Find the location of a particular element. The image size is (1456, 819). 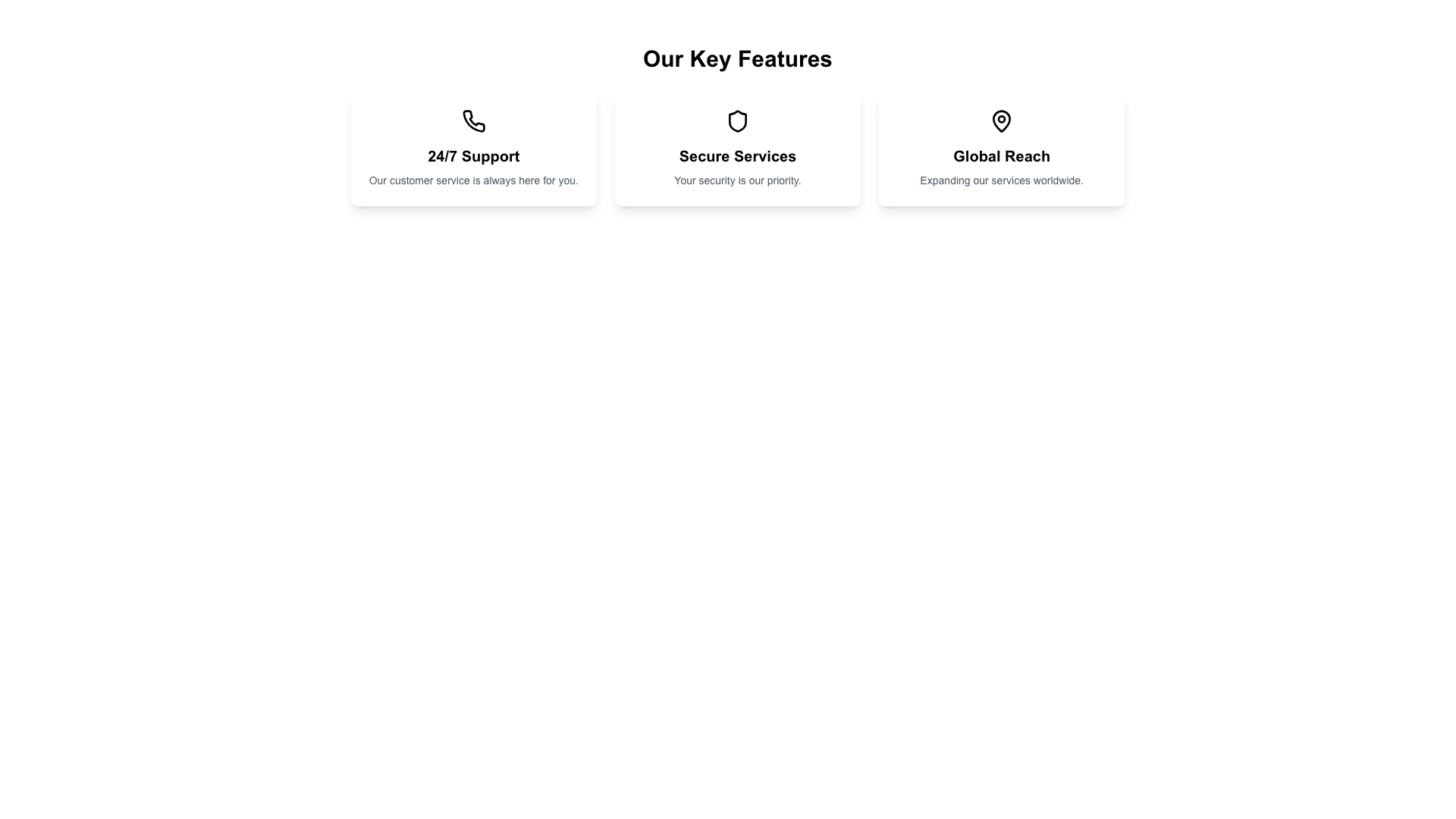

the informational card that highlights the commitment to user safety and security, located in the middle of three columns under the title 'Our Key Features' is located at coordinates (738, 149).